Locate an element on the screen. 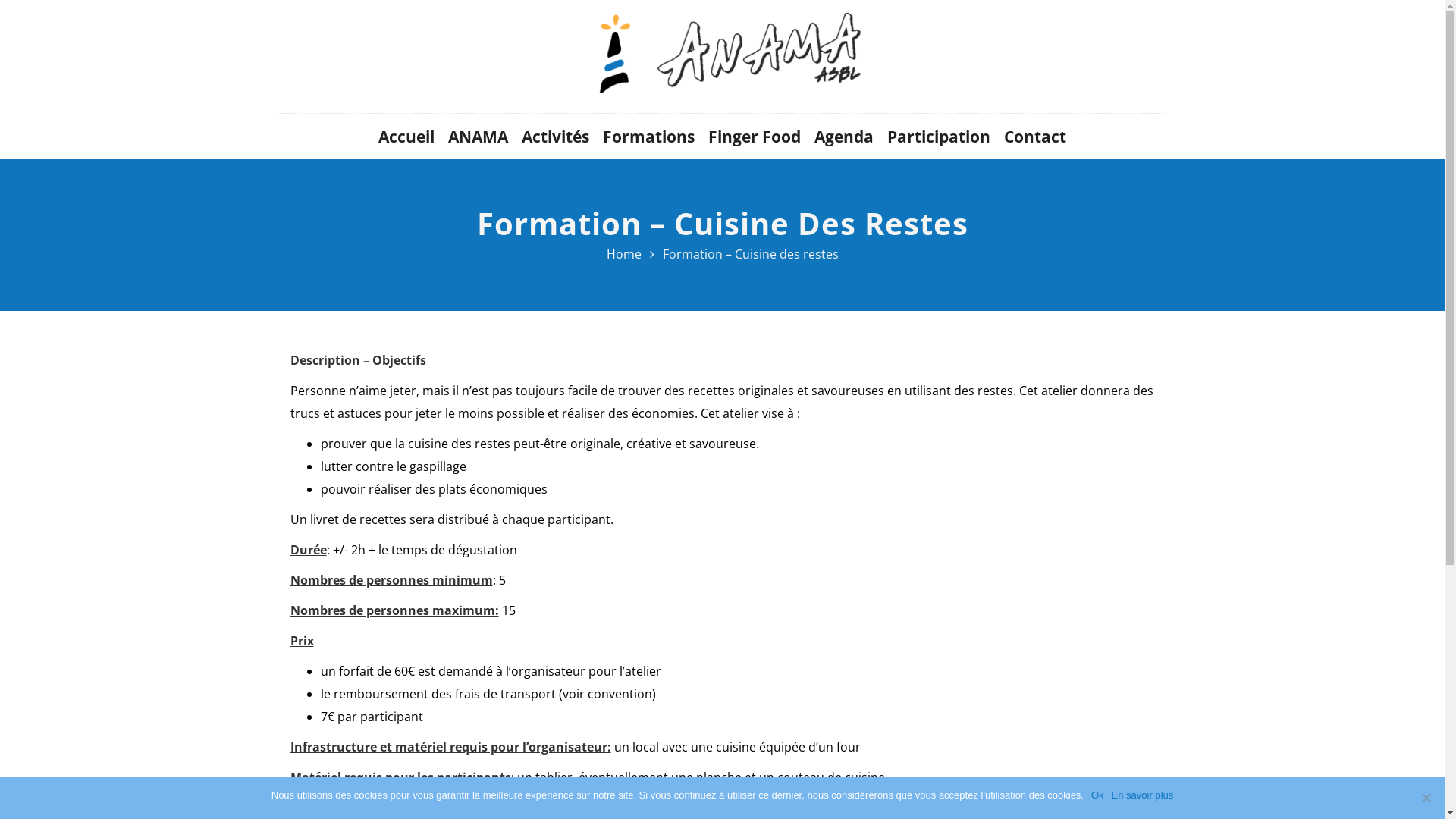 Image resolution: width=1456 pixels, height=819 pixels. 'Accueil' is located at coordinates (406, 136).